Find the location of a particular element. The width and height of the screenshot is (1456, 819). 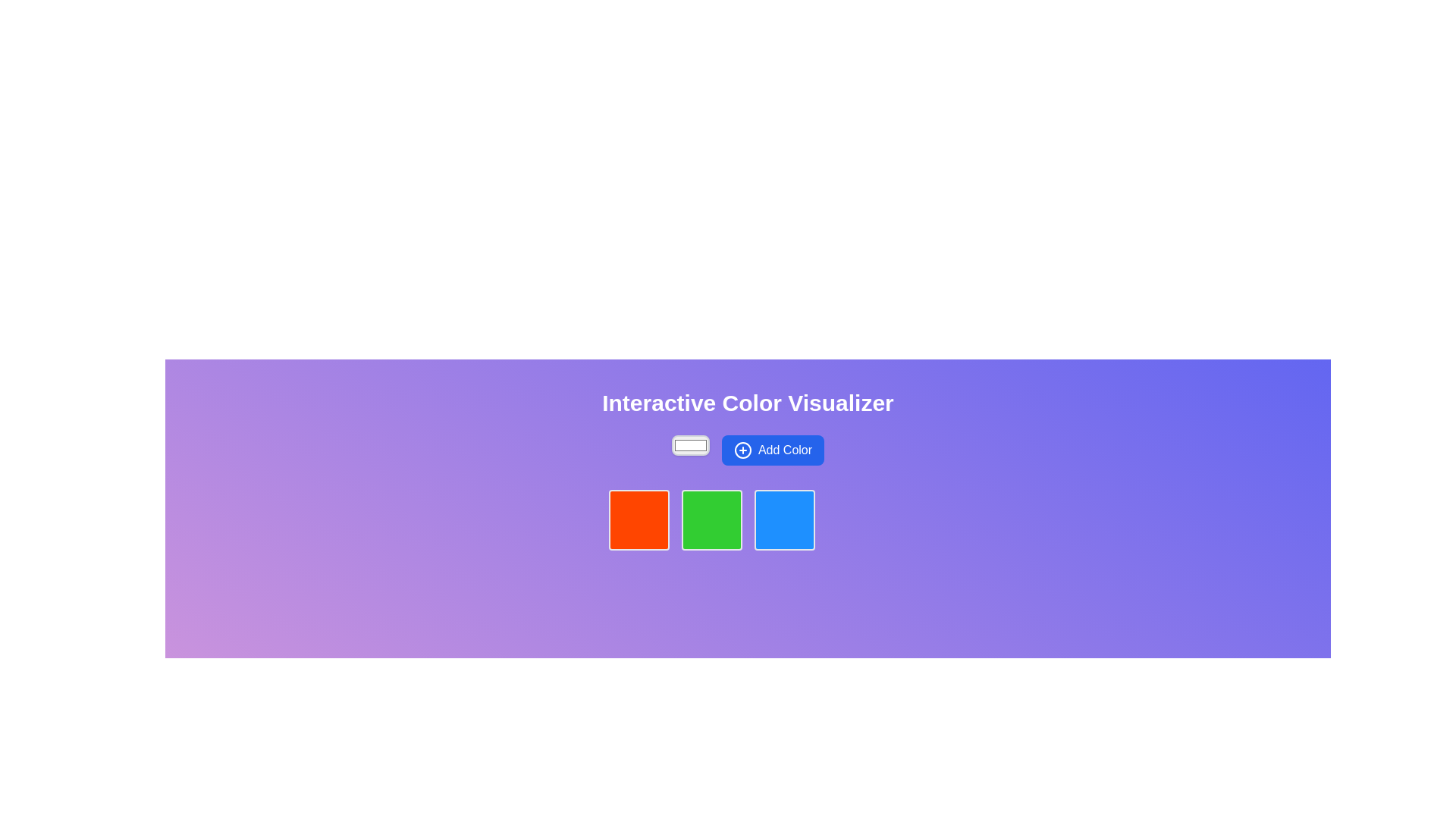

the text label displaying 'Interactive Color Visualizer' which is centrally located at the top of the colored gradient background is located at coordinates (748, 403).